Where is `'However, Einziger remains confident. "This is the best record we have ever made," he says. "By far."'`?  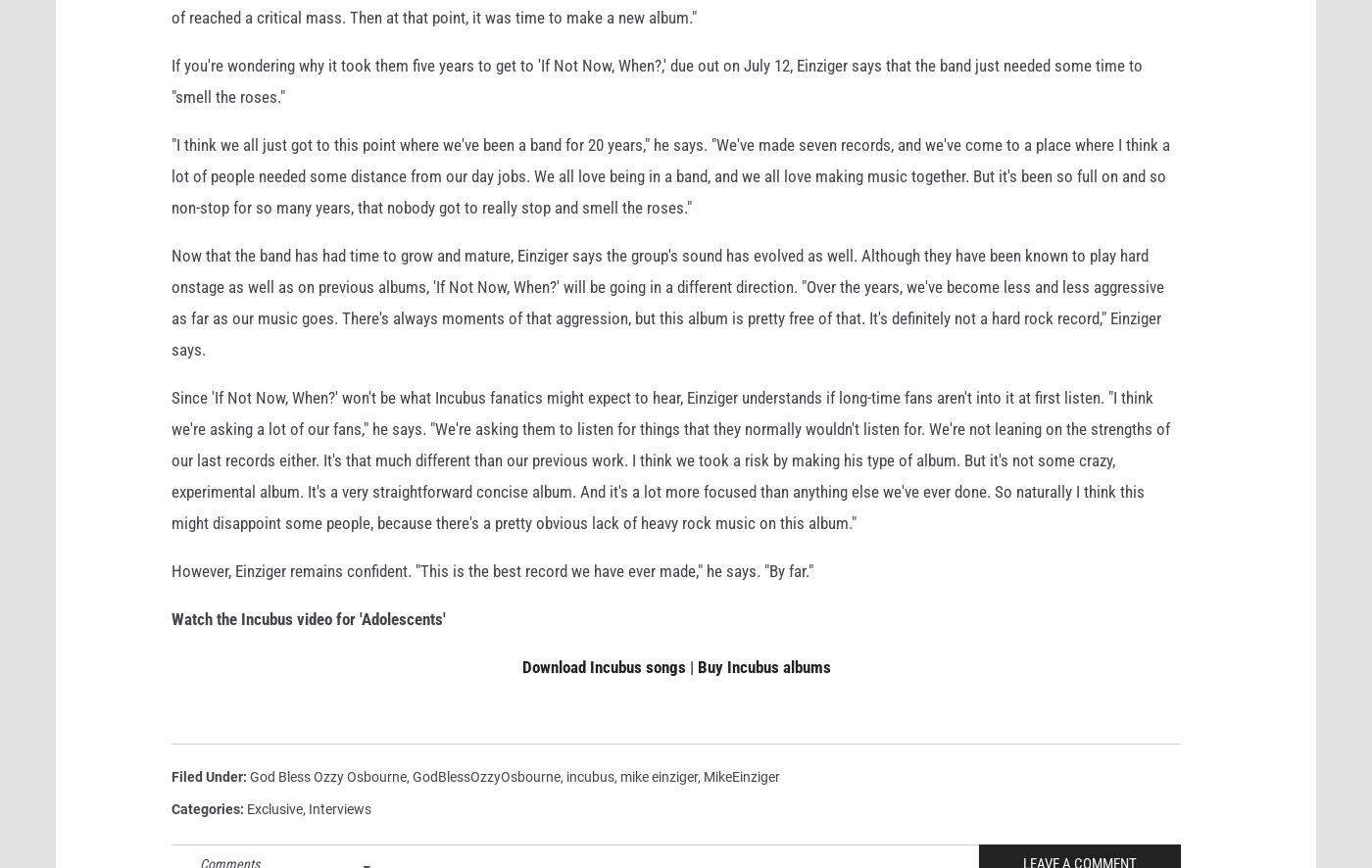 'However, Einziger remains confident. "This is the best record we have ever made," he says. "By far."' is located at coordinates (492, 601).